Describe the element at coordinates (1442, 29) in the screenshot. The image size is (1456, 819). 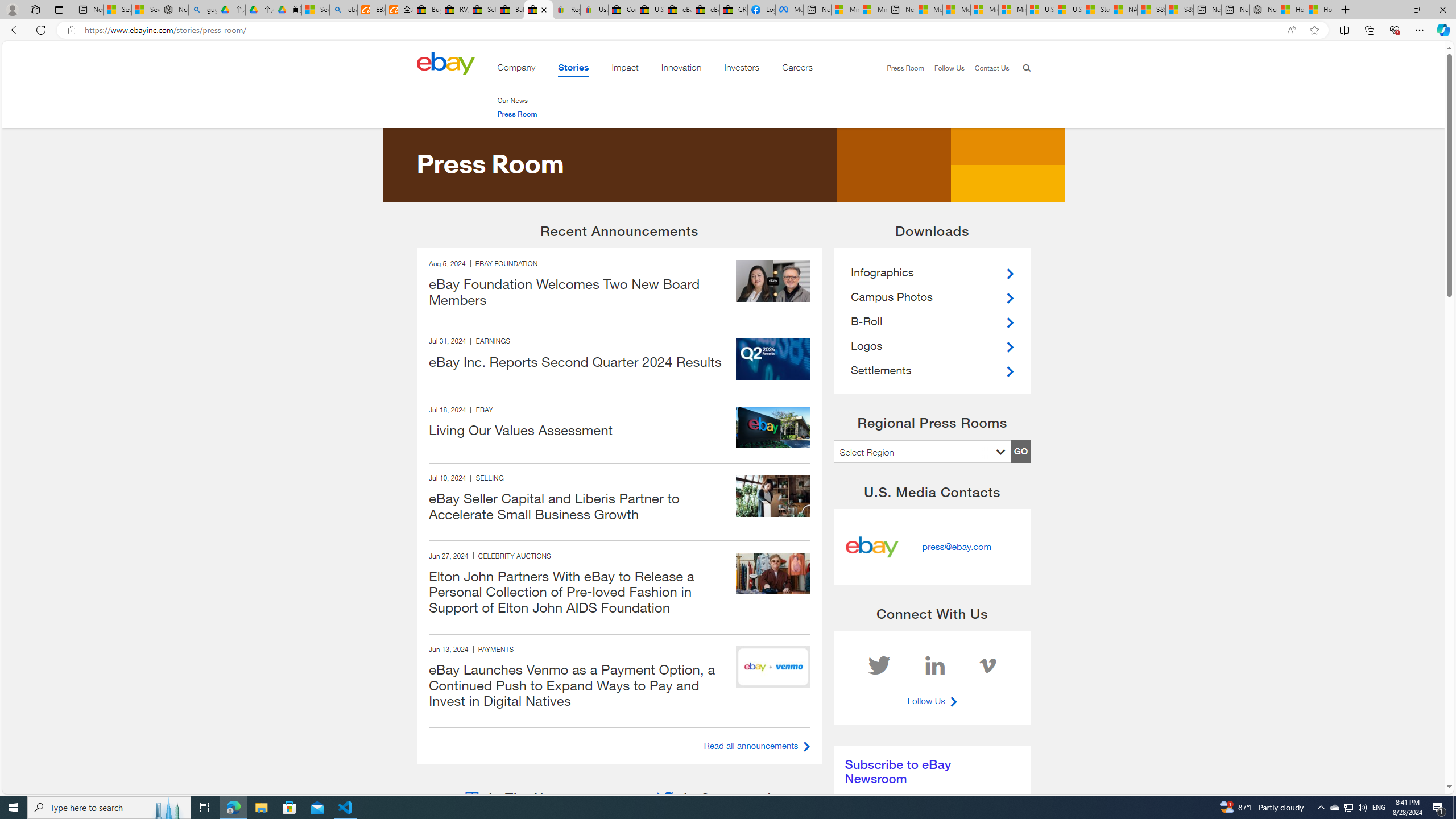
I see `'Copilot (Ctrl+Shift+.)'` at that location.